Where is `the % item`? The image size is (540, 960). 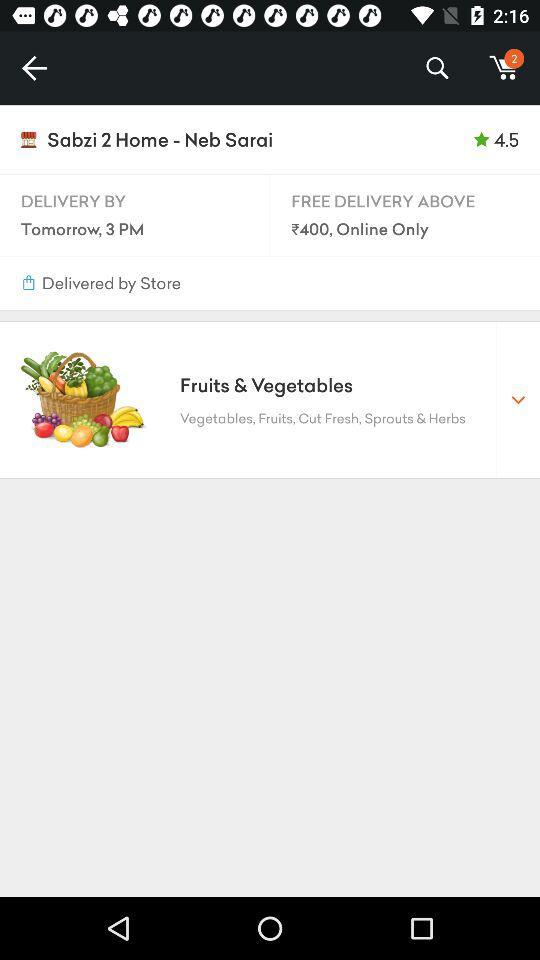
the % item is located at coordinates (436, 68).